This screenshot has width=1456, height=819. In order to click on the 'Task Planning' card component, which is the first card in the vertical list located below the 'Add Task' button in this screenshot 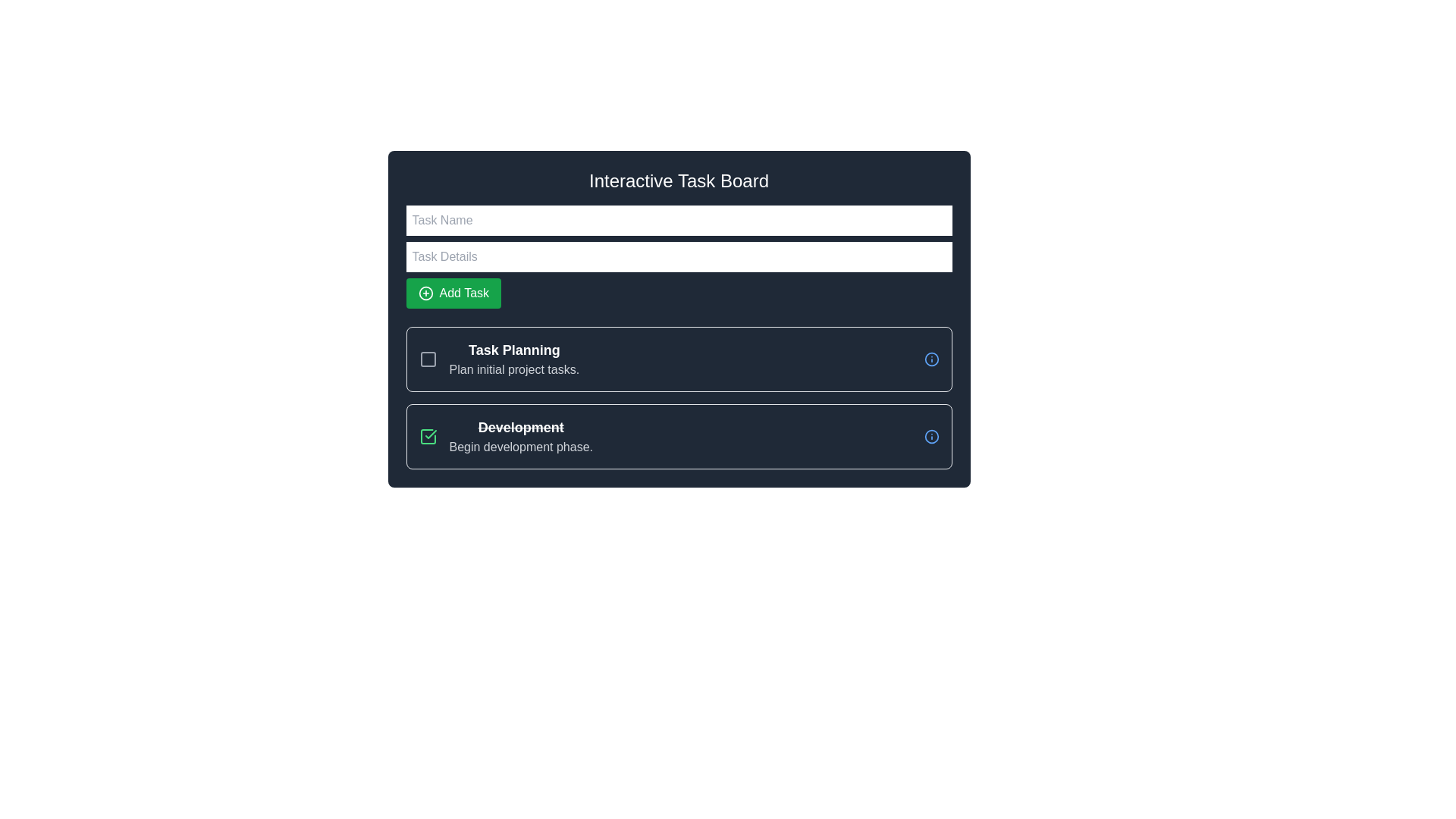, I will do `click(678, 359)`.